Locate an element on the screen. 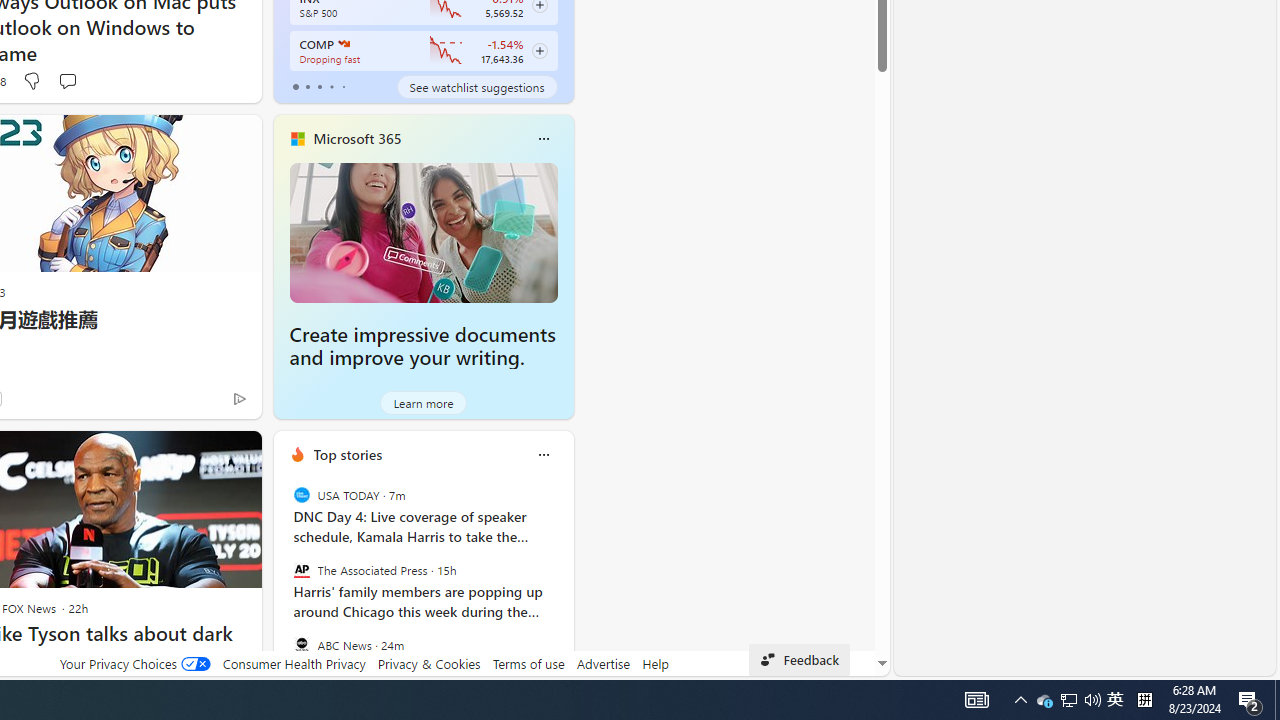  'The Associated Press' is located at coordinates (300, 570).